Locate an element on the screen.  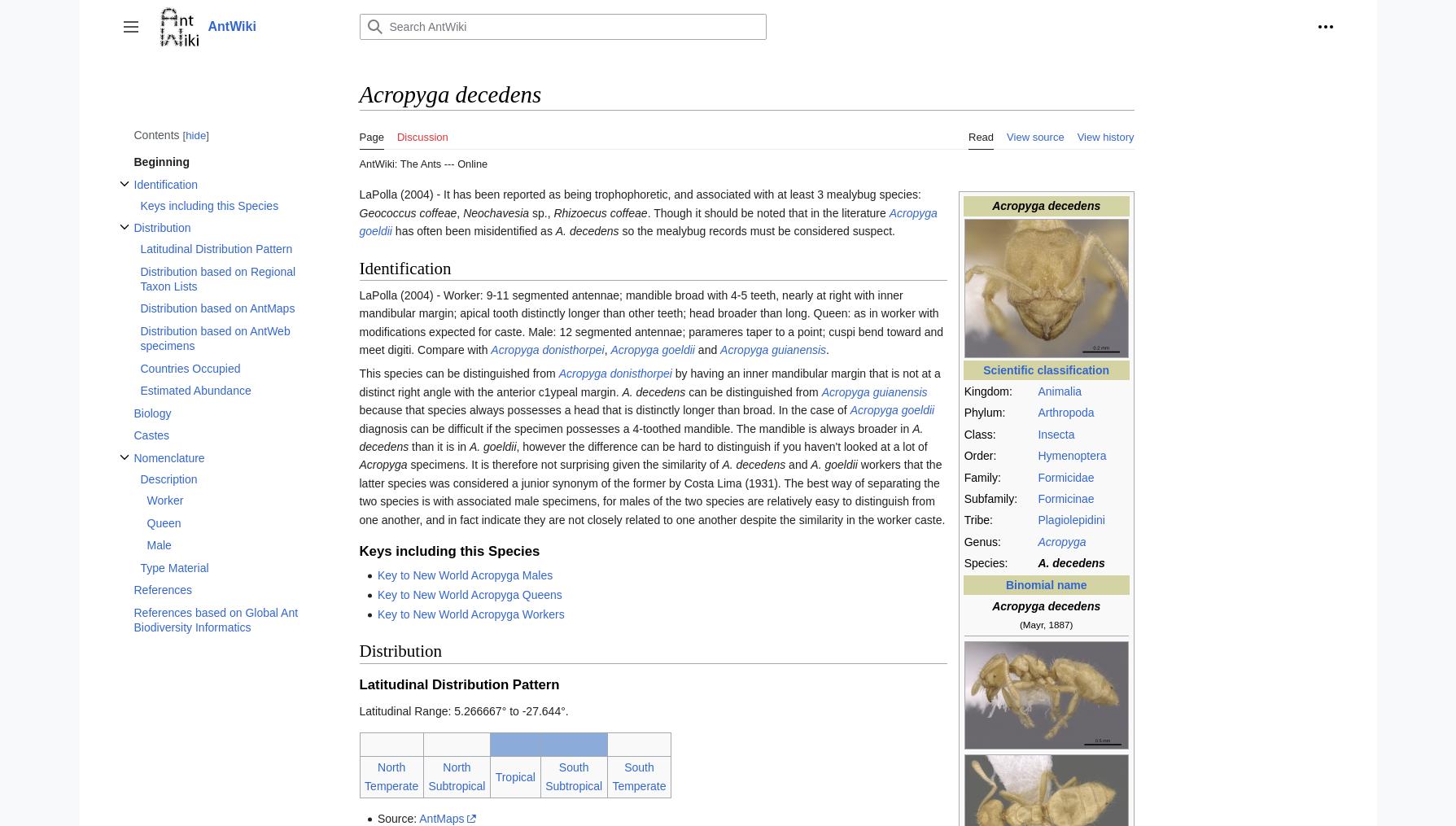
'Queen' is located at coordinates (164, 521).